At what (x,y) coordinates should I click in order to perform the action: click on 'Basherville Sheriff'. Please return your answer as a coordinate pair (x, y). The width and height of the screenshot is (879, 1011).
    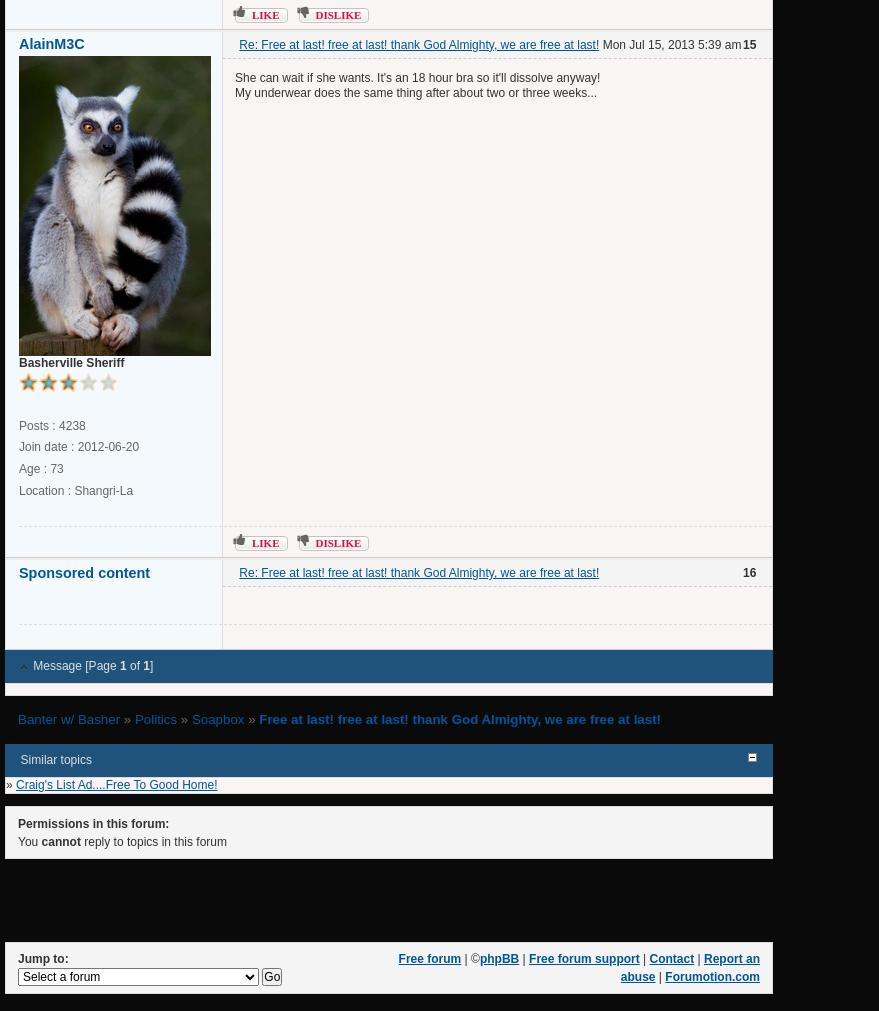
    Looking at the image, I should click on (17, 362).